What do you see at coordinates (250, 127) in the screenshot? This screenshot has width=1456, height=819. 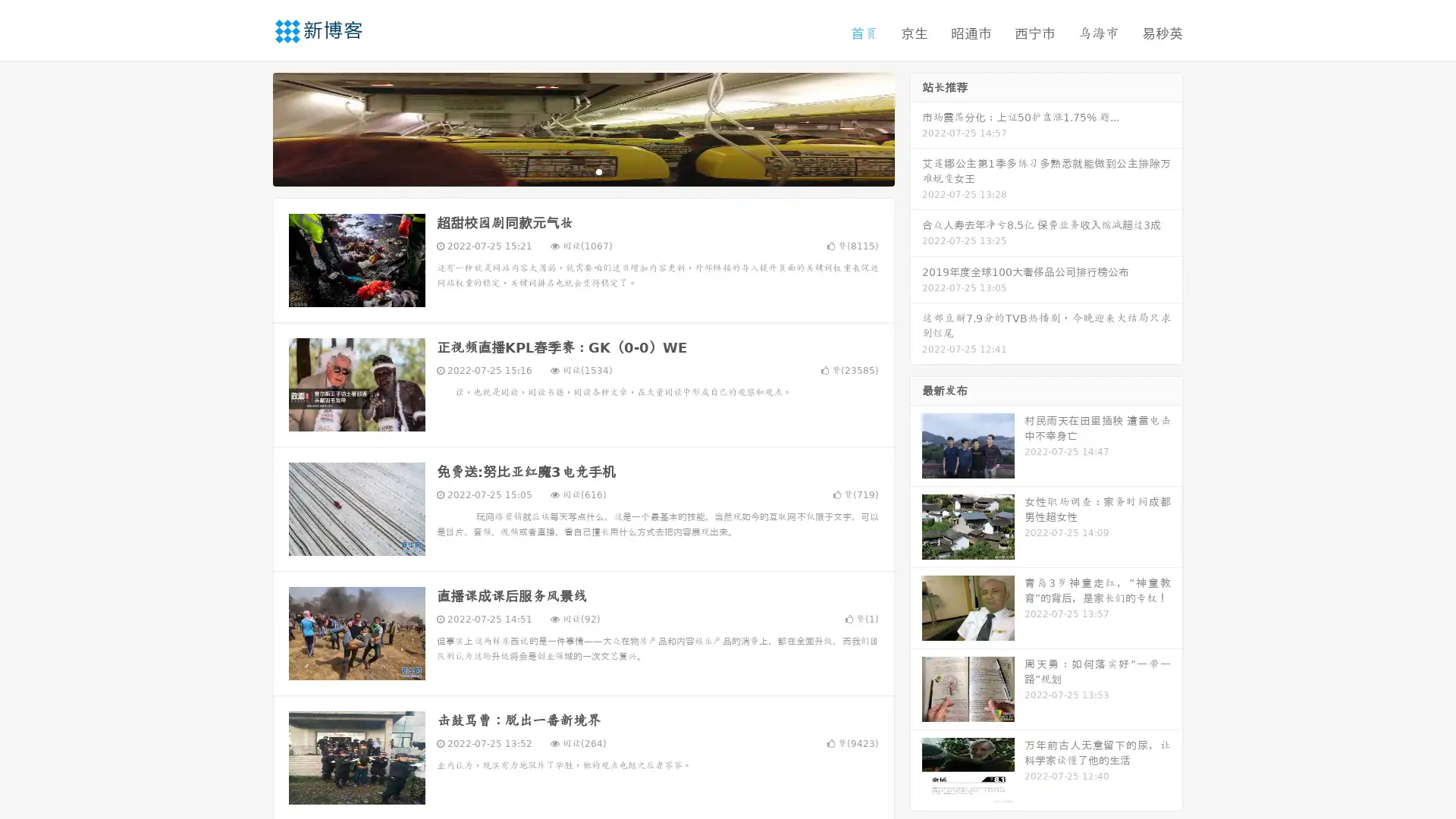 I see `Previous slide` at bounding box center [250, 127].